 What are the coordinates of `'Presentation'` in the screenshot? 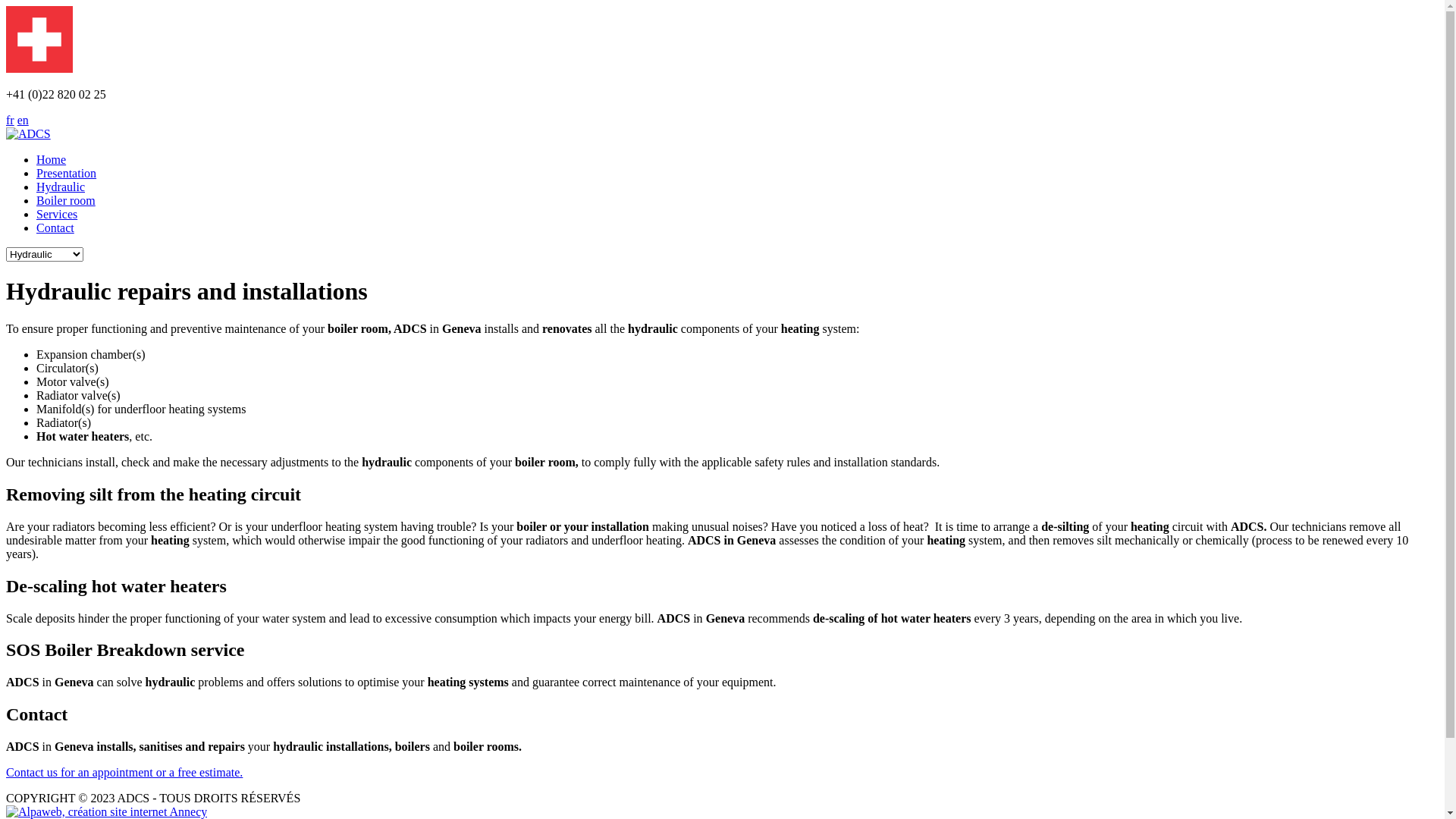 It's located at (65, 172).